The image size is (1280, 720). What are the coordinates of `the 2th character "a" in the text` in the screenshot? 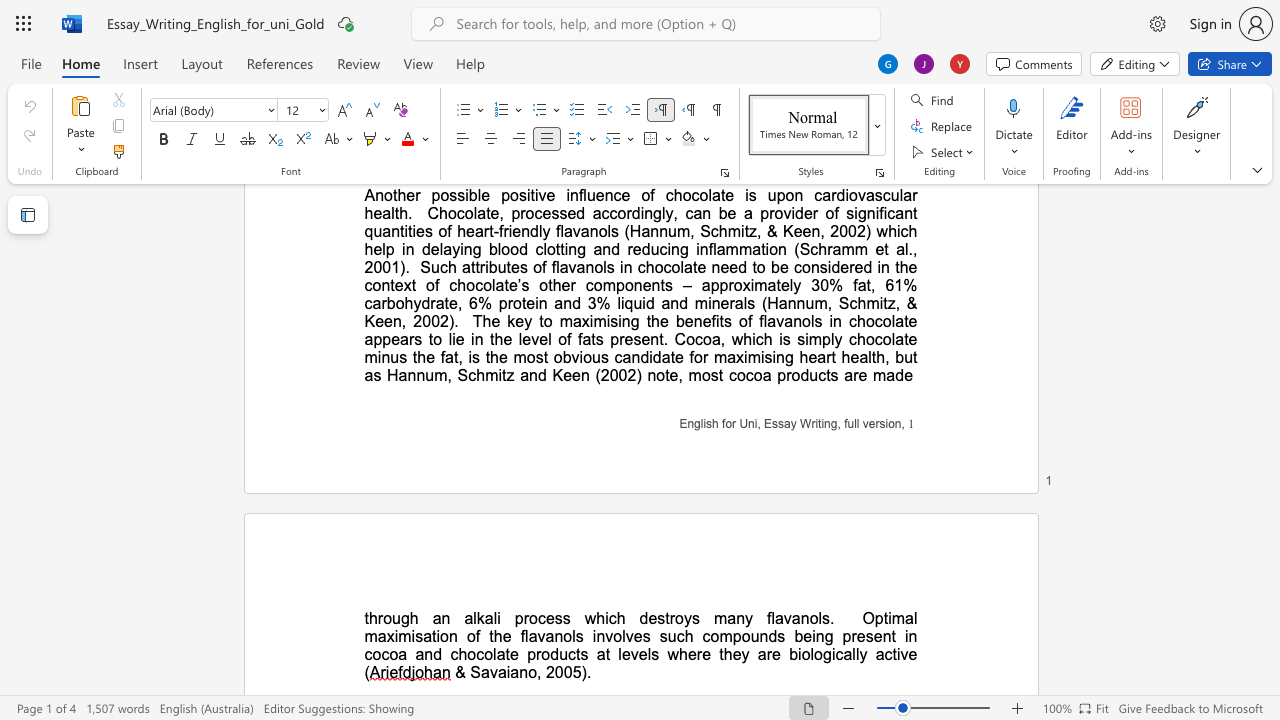 It's located at (502, 672).